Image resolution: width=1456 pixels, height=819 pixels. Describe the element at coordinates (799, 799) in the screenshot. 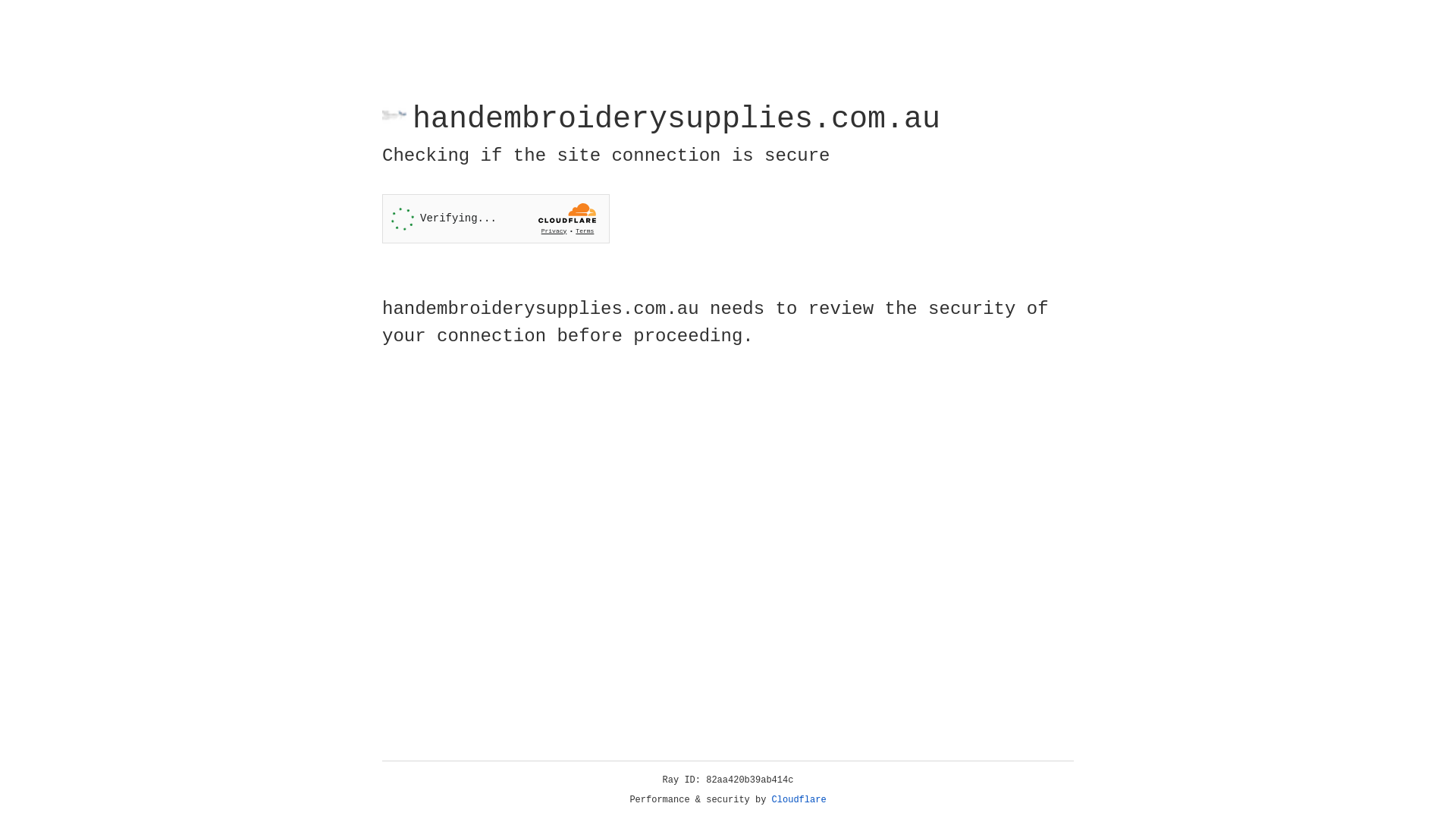

I see `'Cloudflare'` at that location.